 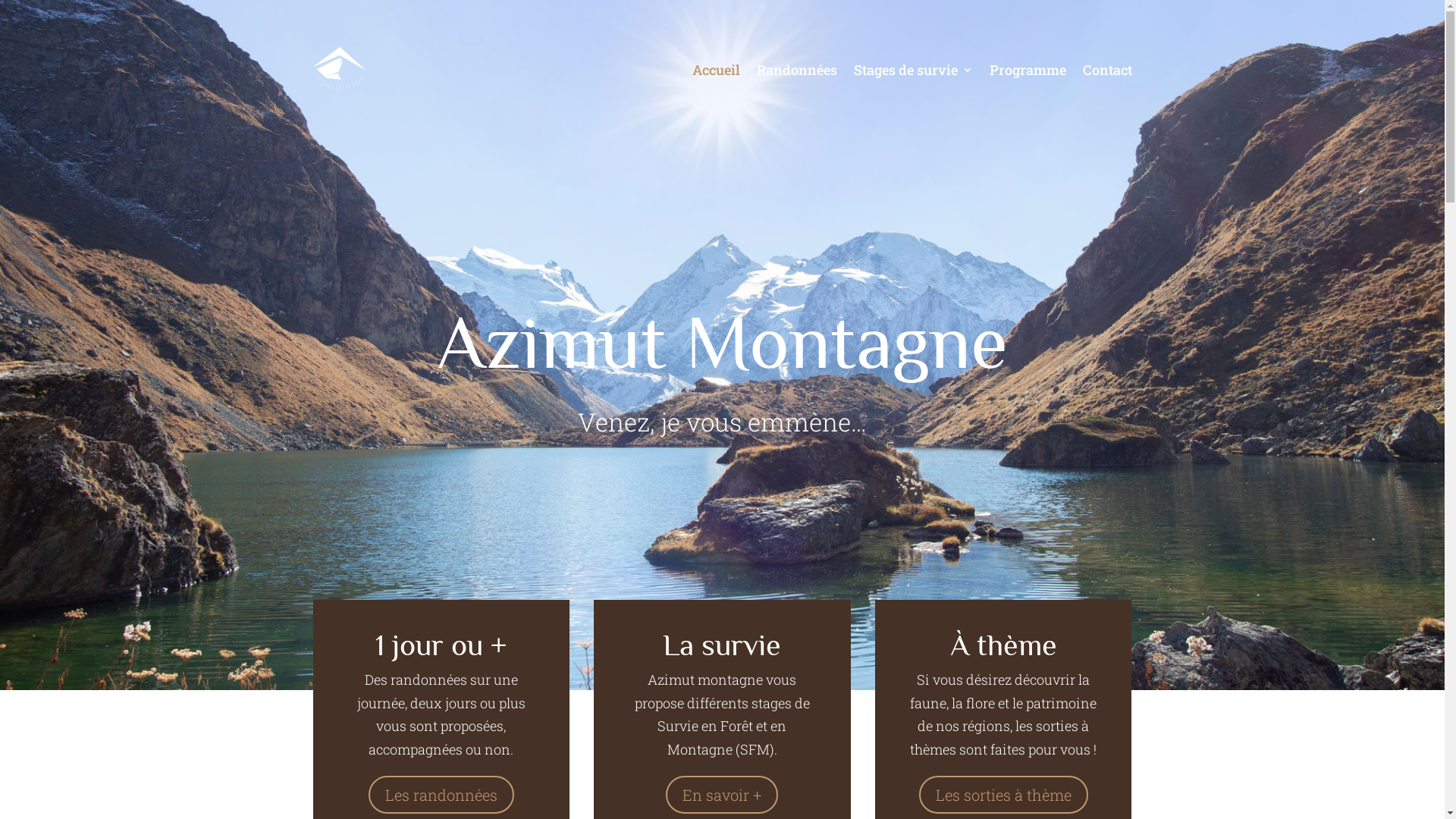 I want to click on 'Contact', so click(x=1107, y=70).